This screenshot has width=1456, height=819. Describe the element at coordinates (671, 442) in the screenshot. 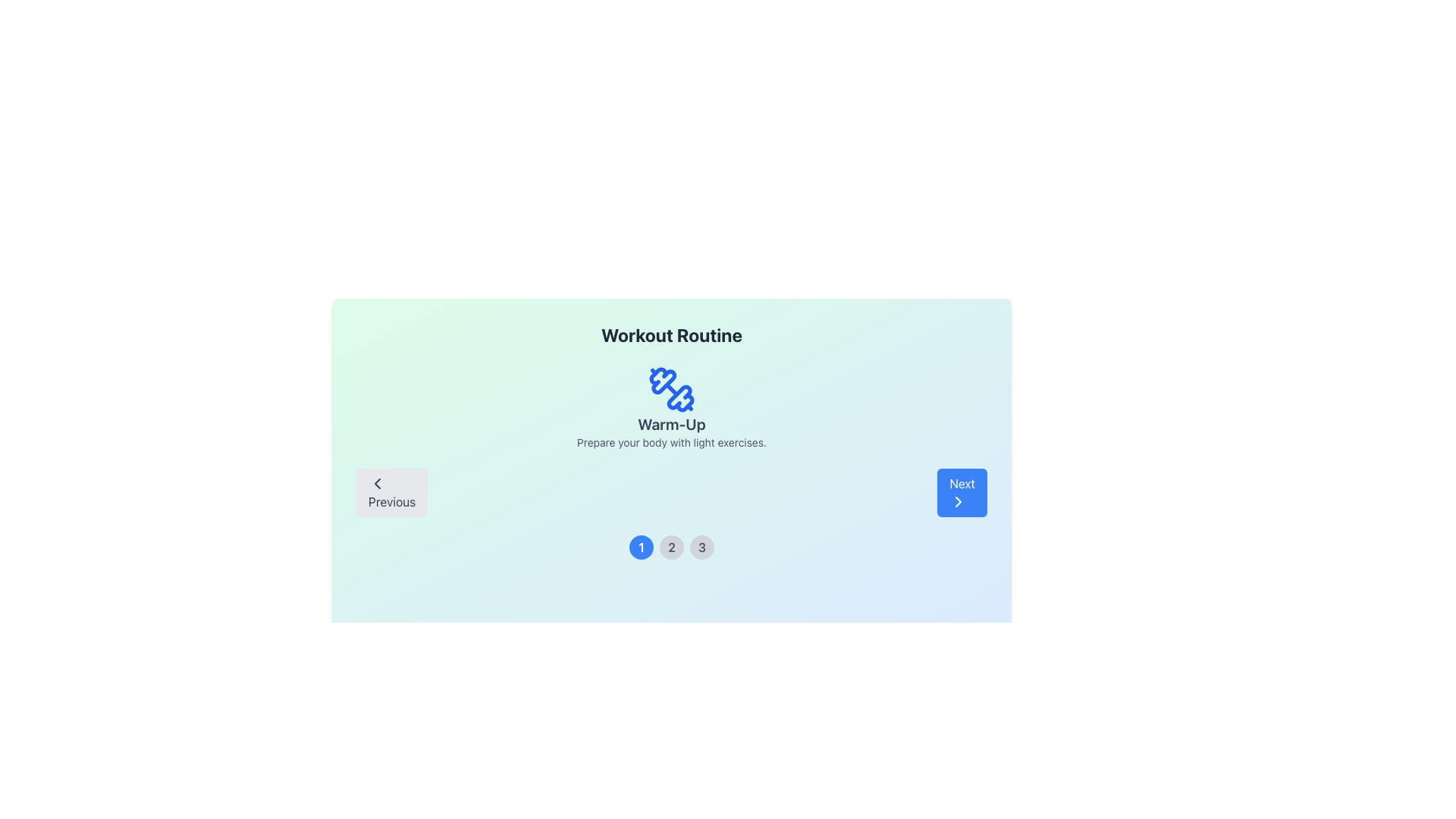

I see `the informational text located directly beneath the 'Warm-Up' heading` at that location.